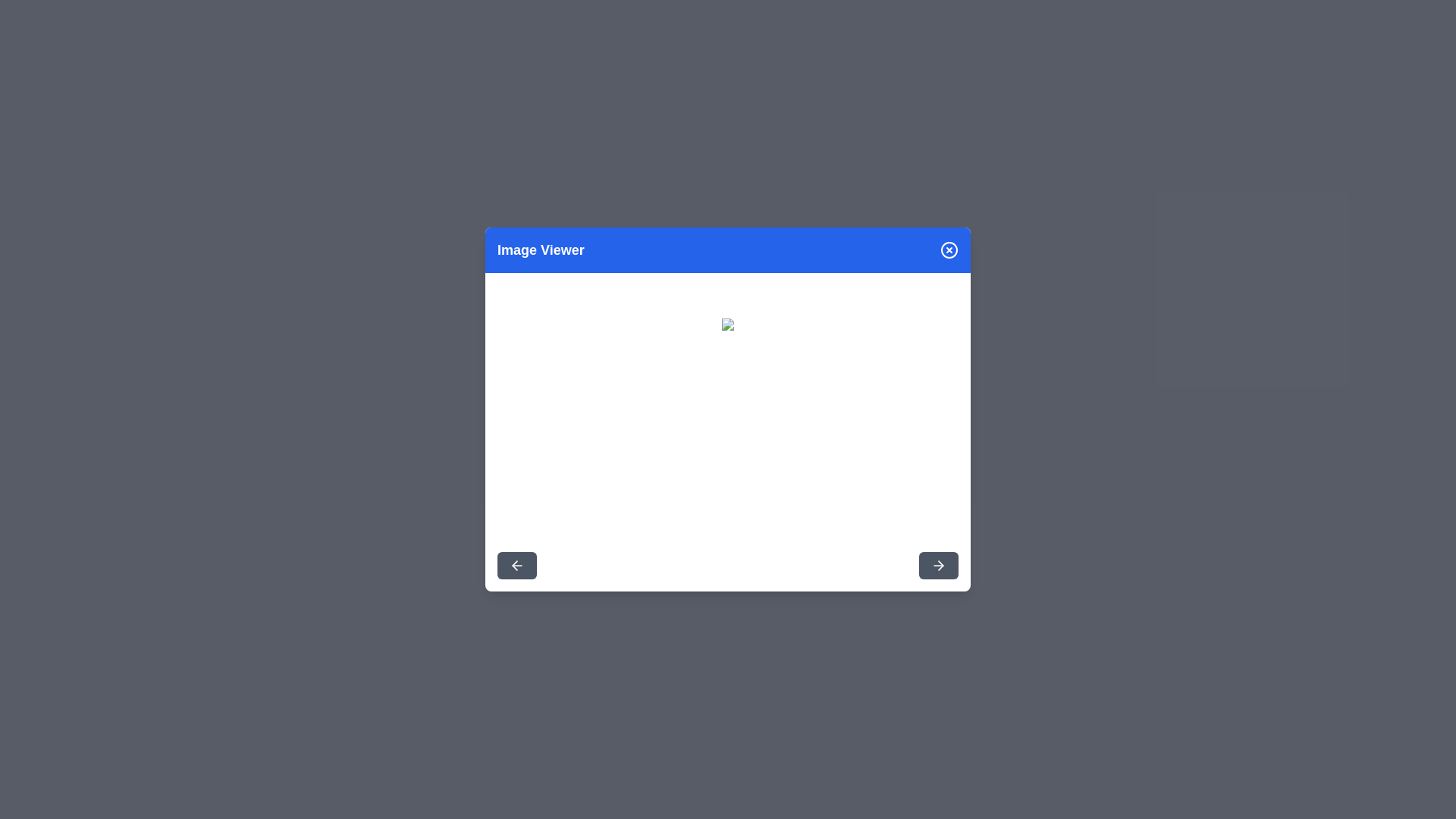 Image resolution: width=1456 pixels, height=819 pixels. I want to click on the left arrow button to navigate to the previous image, so click(516, 565).